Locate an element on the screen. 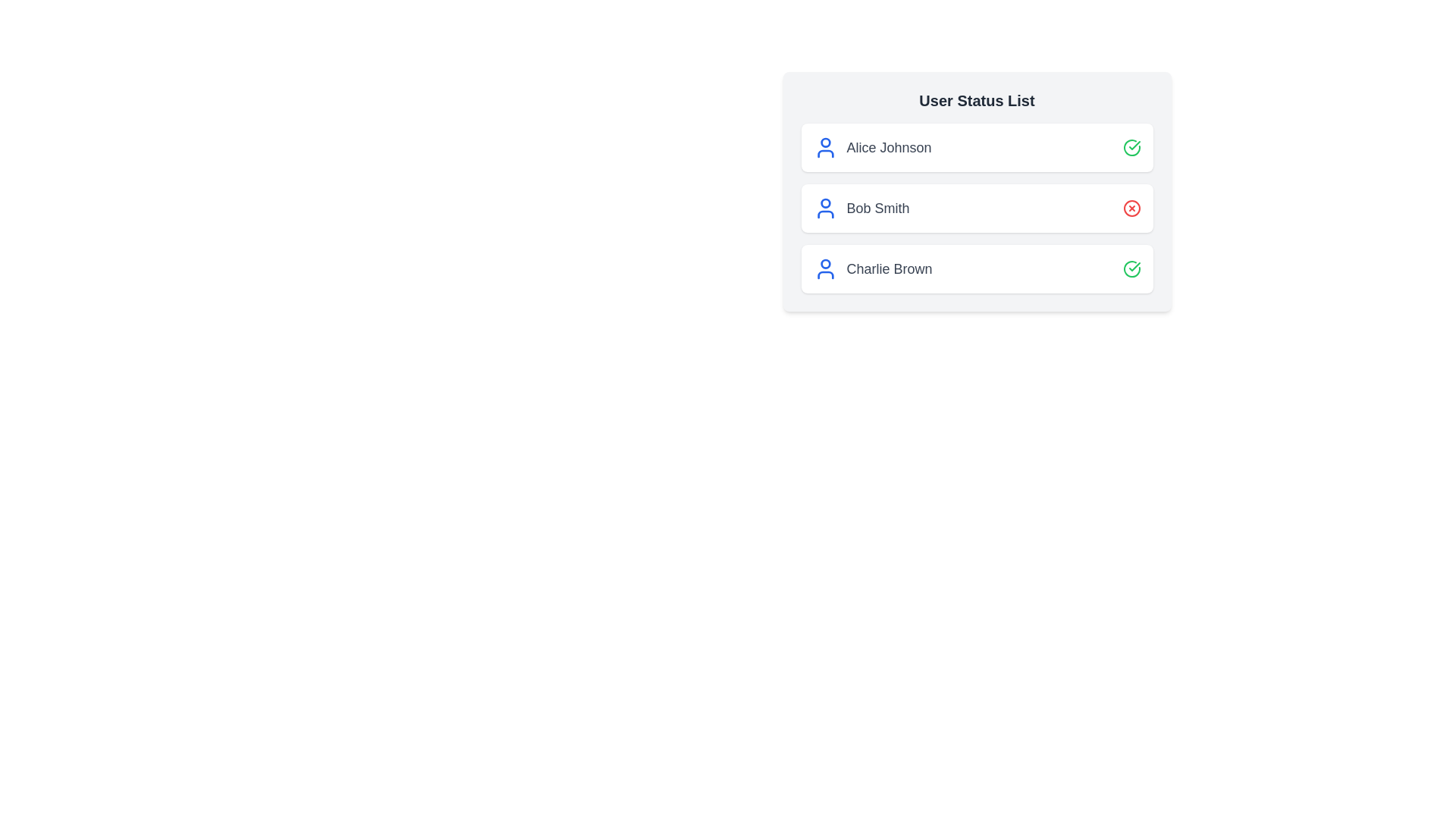  the user name Charlie Brown is located at coordinates (977, 268).